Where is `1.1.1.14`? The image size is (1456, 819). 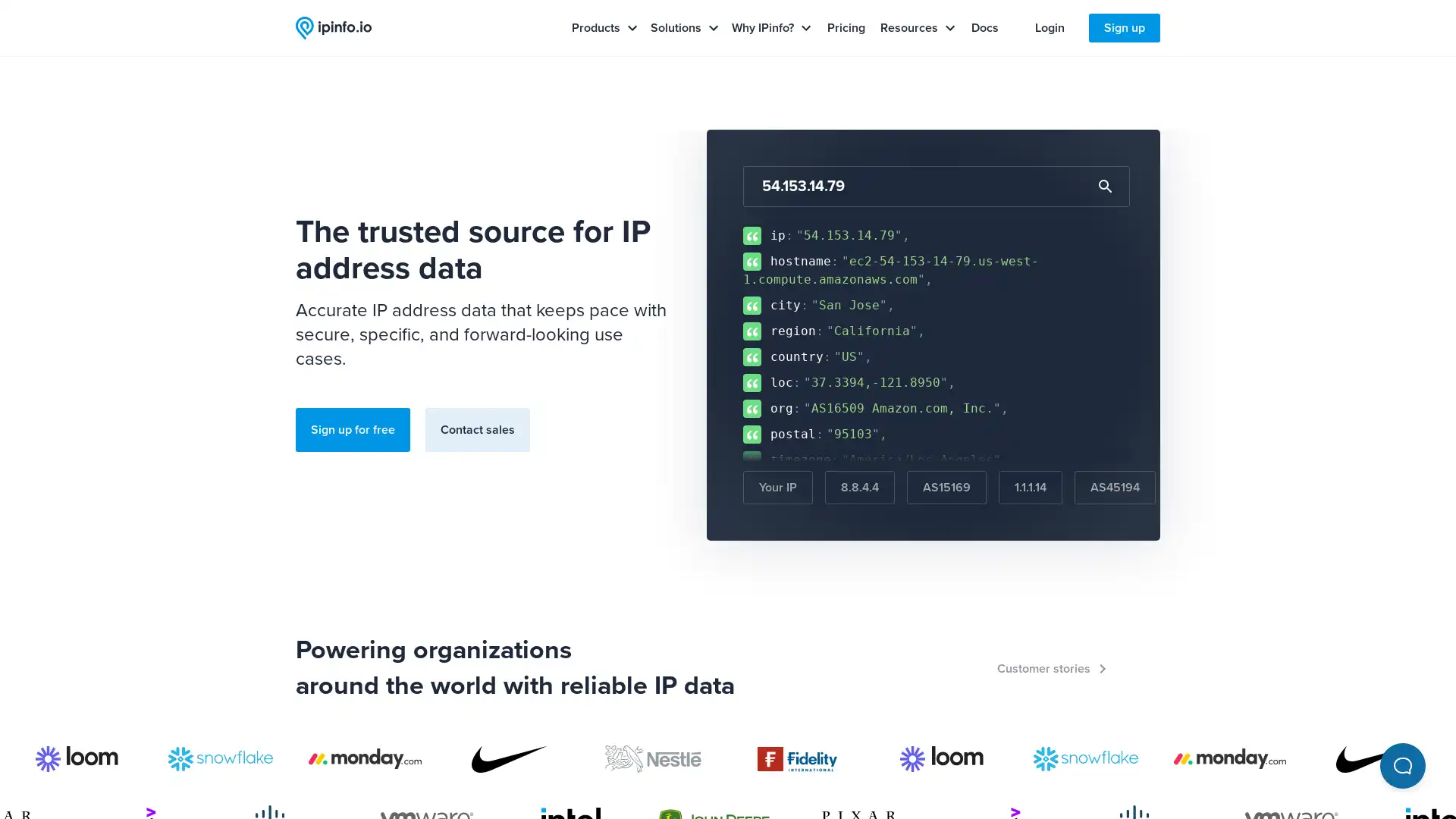 1.1.1.14 is located at coordinates (1030, 488).